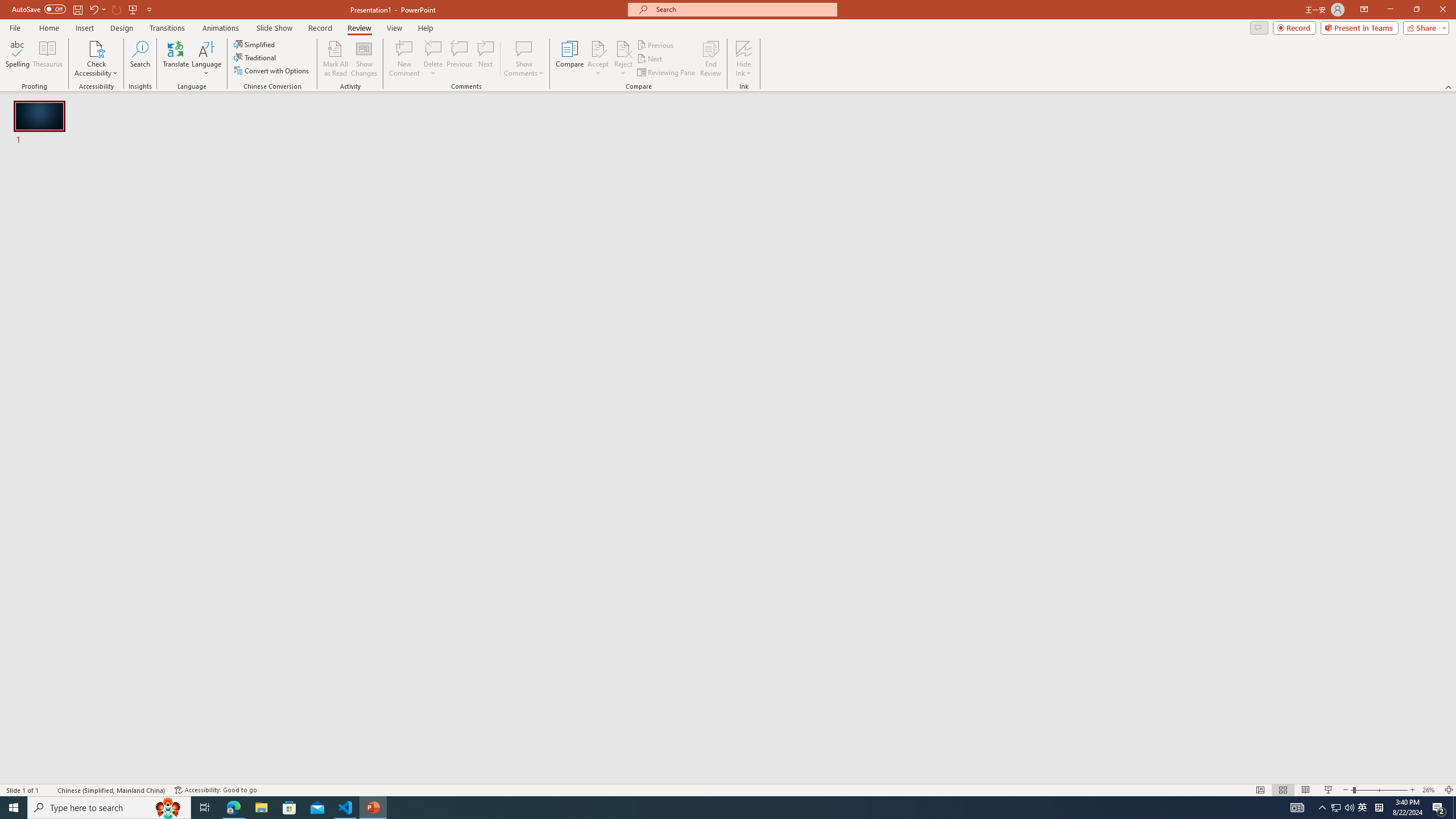 The image size is (1456, 819). What do you see at coordinates (1430, 790) in the screenshot?
I see `'Zoom 26%'` at bounding box center [1430, 790].